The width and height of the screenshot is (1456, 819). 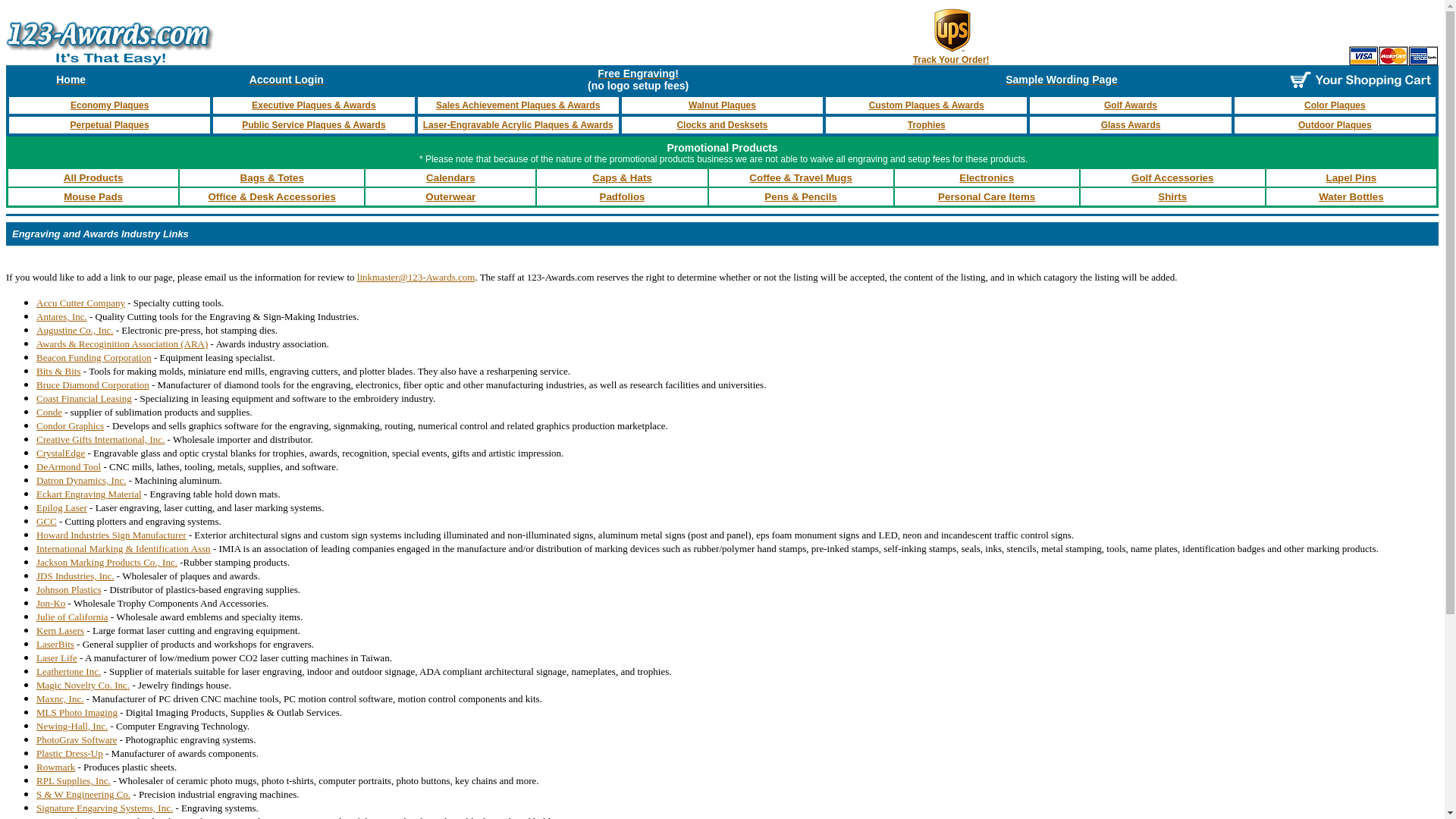 What do you see at coordinates (517, 104) in the screenshot?
I see `'Sales Achievement Plaques & Awards'` at bounding box center [517, 104].